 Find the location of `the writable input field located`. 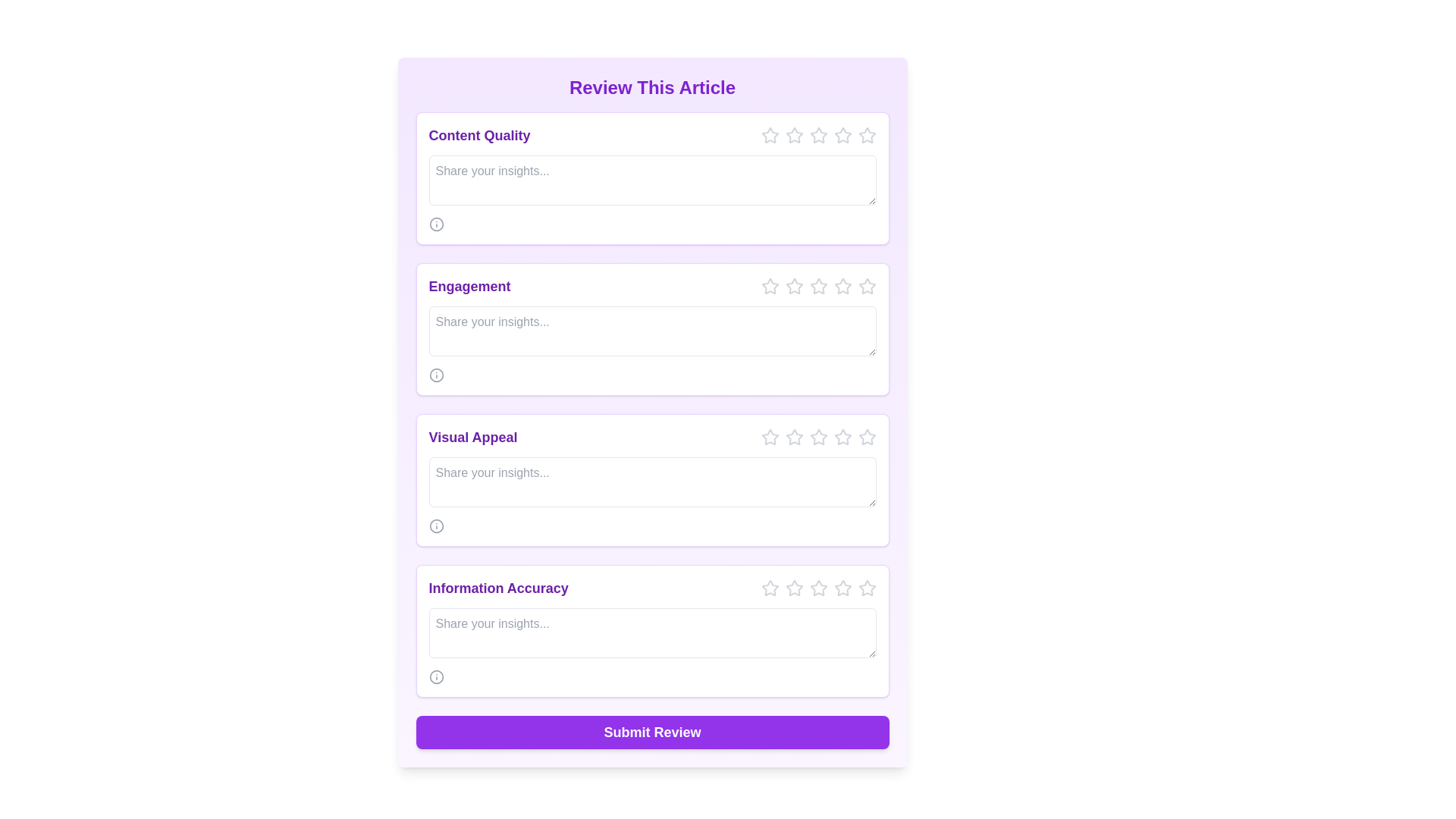

the writable input field located is located at coordinates (652, 632).